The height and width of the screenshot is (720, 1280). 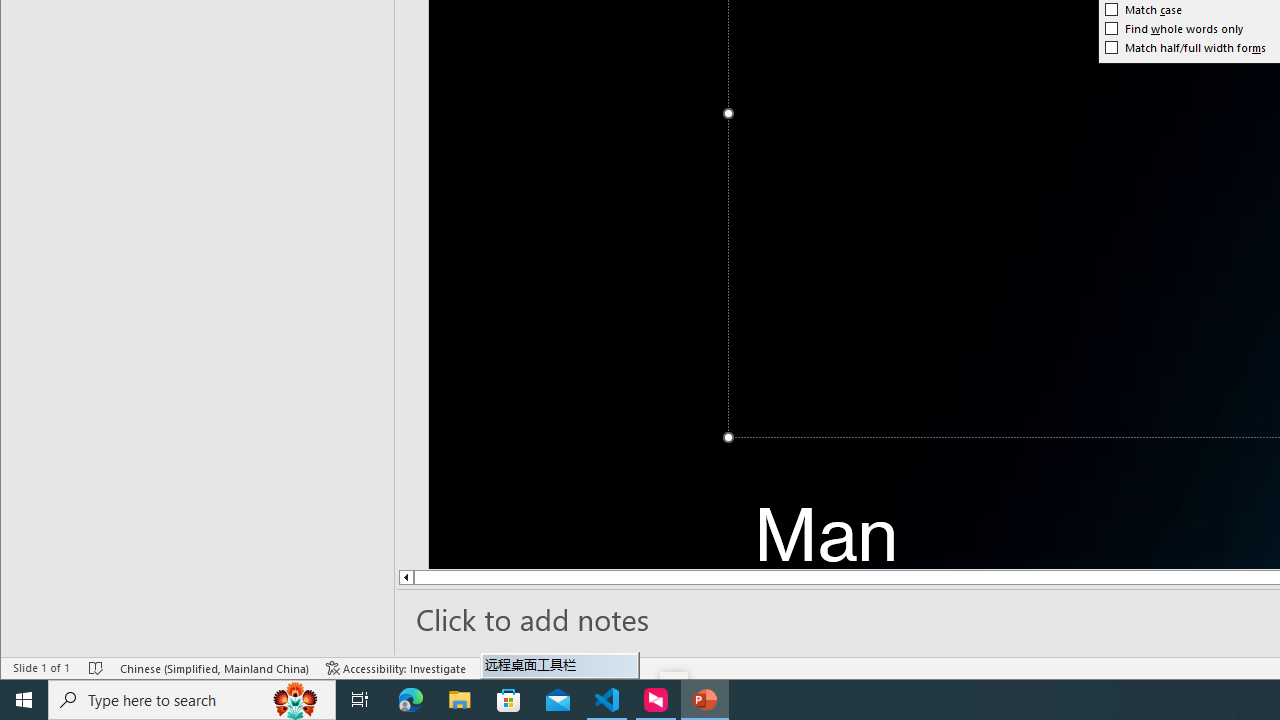 I want to click on 'Microsoft Edge', so click(x=410, y=698).